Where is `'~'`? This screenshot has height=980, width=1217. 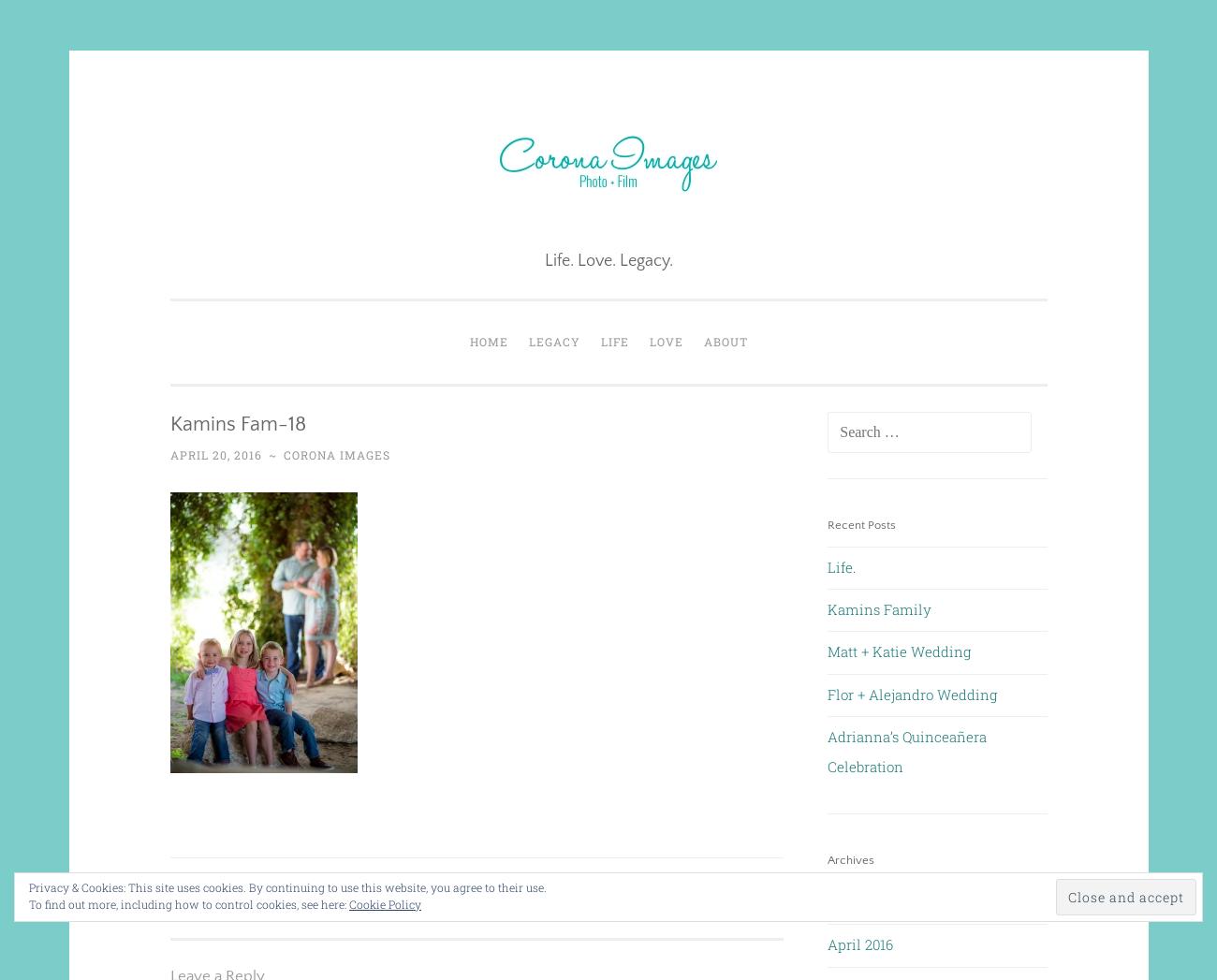
'~' is located at coordinates (271, 452).